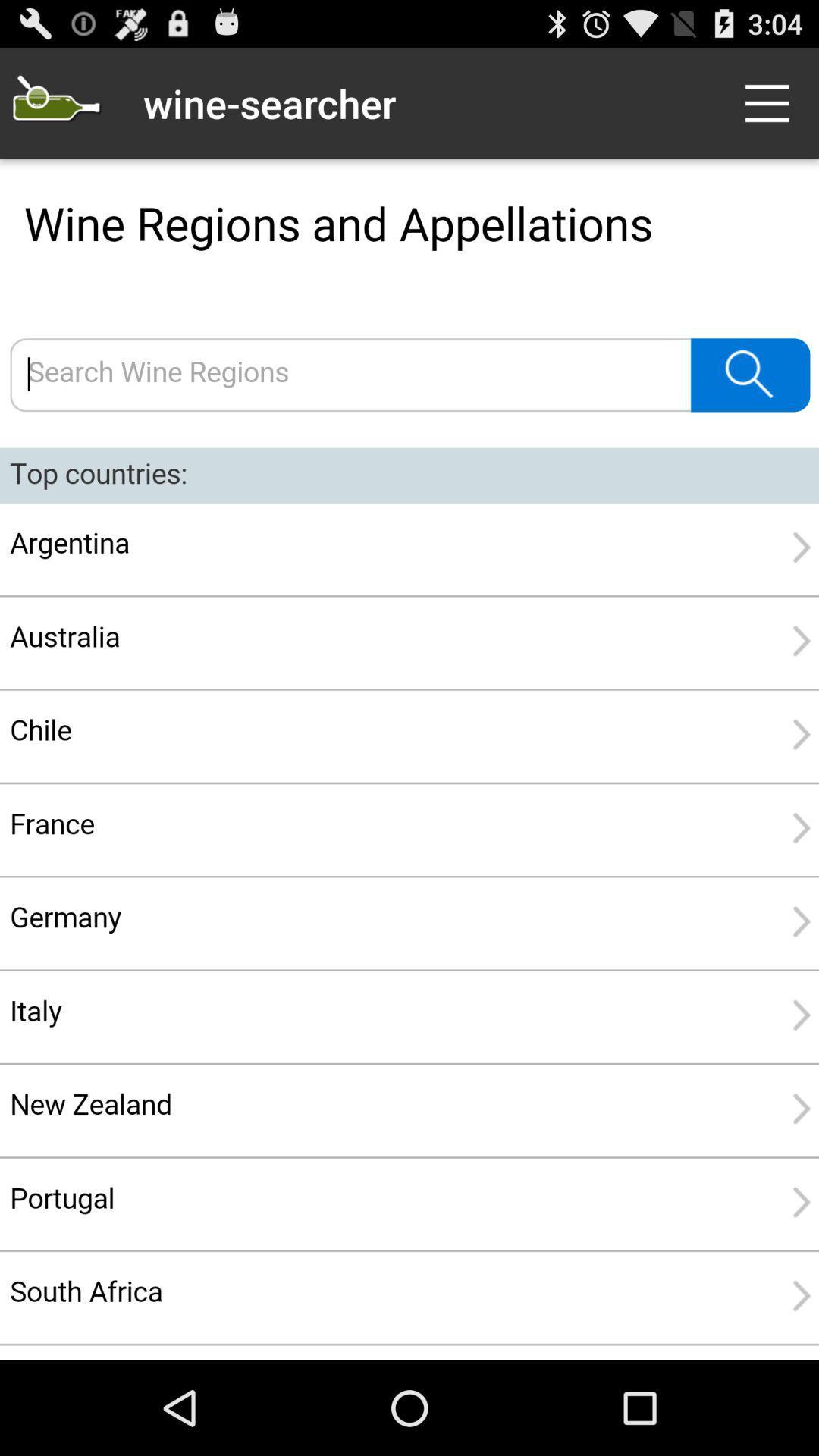 The image size is (819, 1456). I want to click on wine region, so click(409, 760).